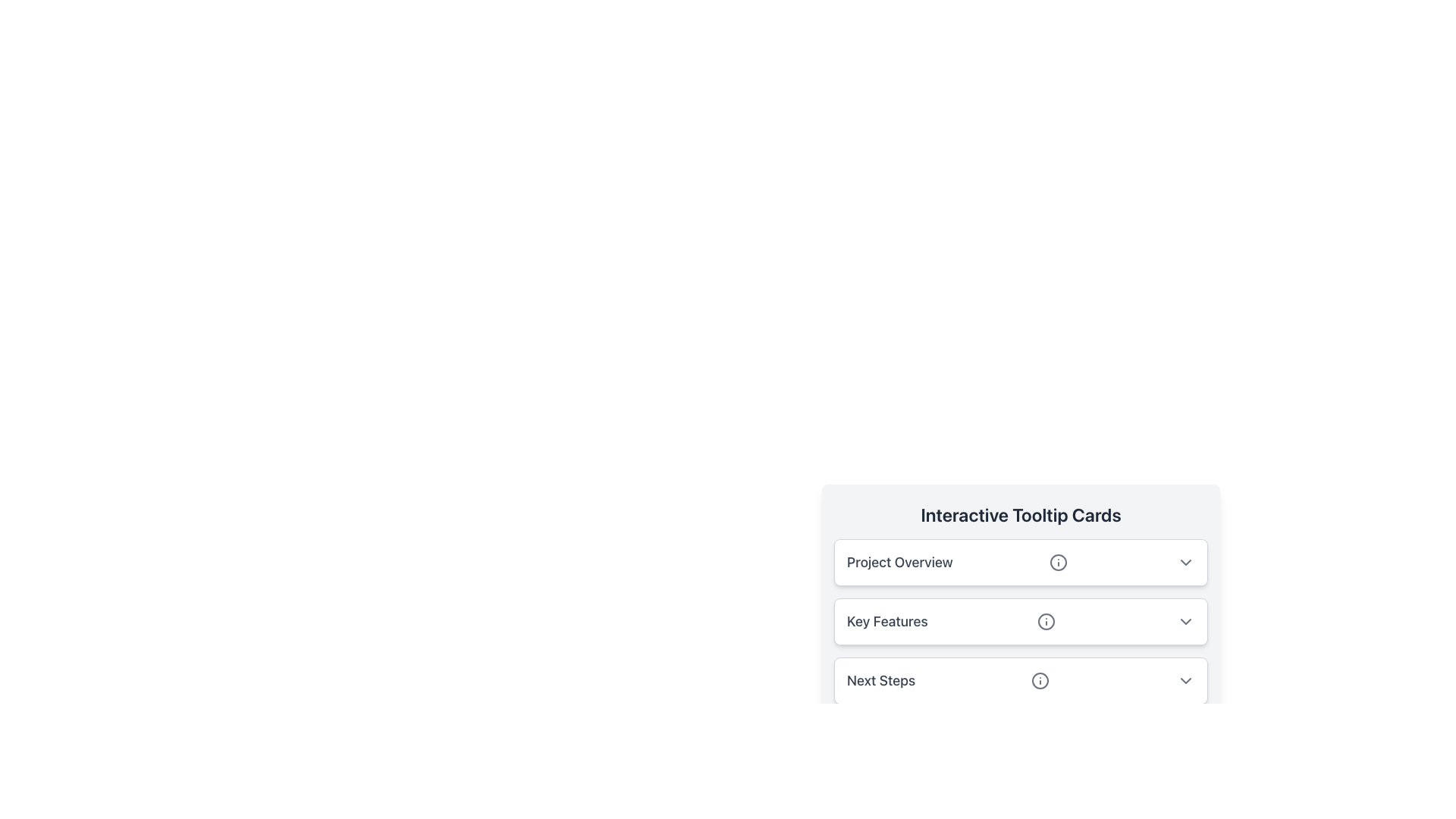 The height and width of the screenshot is (819, 1456). Describe the element at coordinates (1058, 562) in the screenshot. I see `the circular information indicator icon next to the 'Project Overview' text in the interactive tooltip interface` at that location.